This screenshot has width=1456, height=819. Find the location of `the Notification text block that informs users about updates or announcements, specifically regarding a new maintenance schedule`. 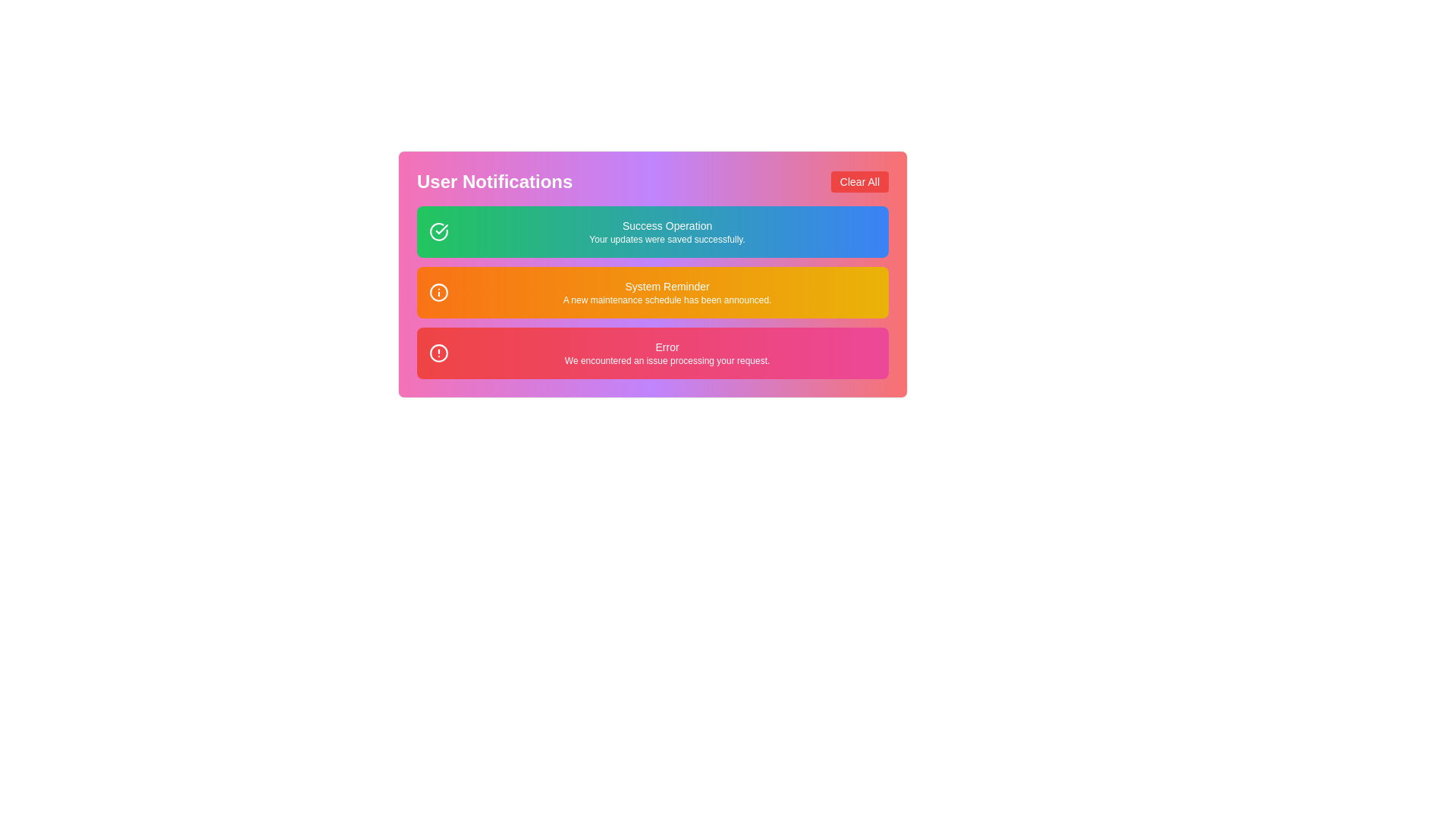

the Notification text block that informs users about updates or announcements, specifically regarding a new maintenance schedule is located at coordinates (667, 292).